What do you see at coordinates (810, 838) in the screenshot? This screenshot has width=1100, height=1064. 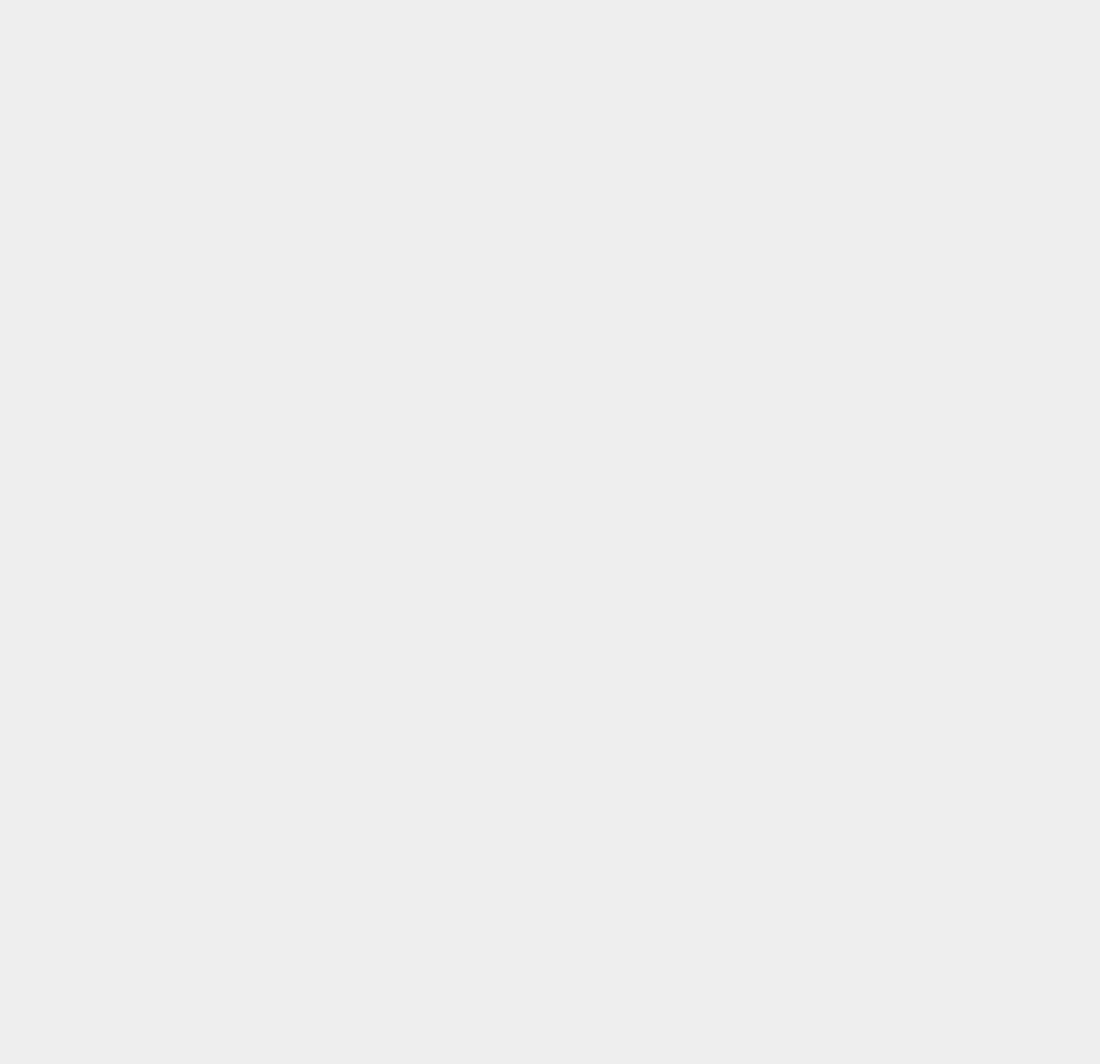 I see `'macOS 11'` at bounding box center [810, 838].